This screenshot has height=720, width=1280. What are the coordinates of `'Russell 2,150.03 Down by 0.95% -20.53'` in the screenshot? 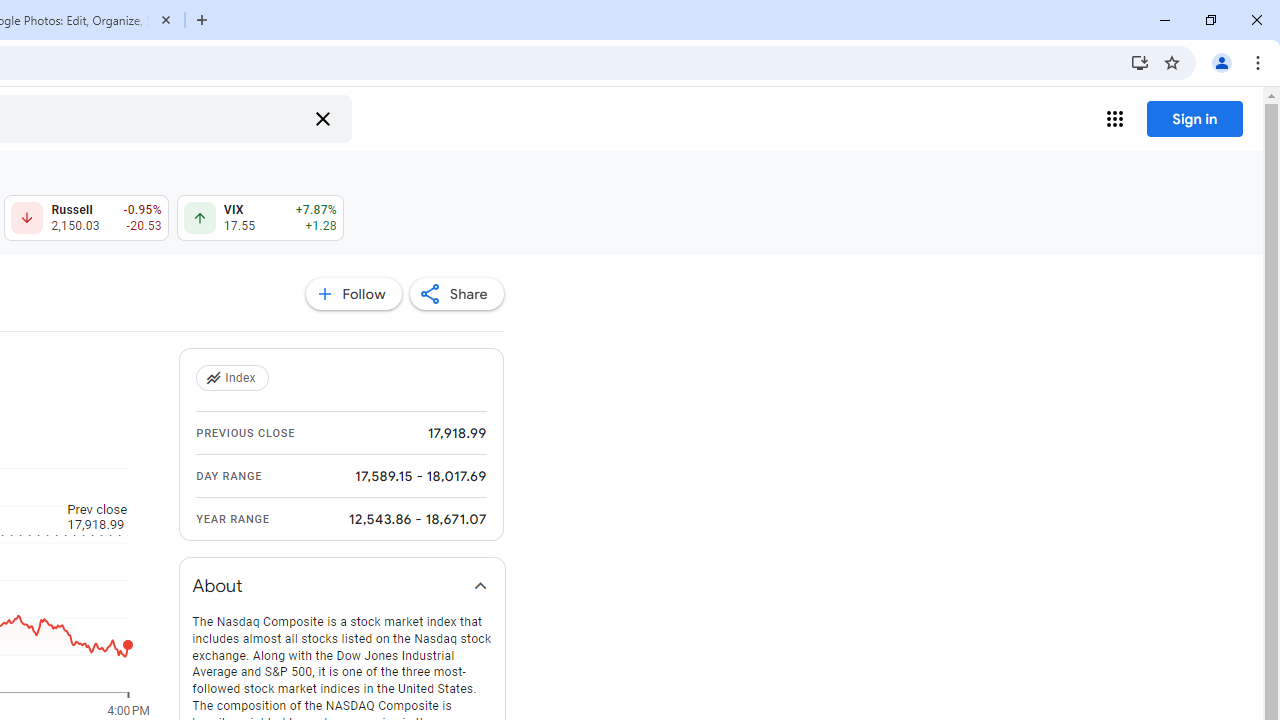 It's located at (85, 218).